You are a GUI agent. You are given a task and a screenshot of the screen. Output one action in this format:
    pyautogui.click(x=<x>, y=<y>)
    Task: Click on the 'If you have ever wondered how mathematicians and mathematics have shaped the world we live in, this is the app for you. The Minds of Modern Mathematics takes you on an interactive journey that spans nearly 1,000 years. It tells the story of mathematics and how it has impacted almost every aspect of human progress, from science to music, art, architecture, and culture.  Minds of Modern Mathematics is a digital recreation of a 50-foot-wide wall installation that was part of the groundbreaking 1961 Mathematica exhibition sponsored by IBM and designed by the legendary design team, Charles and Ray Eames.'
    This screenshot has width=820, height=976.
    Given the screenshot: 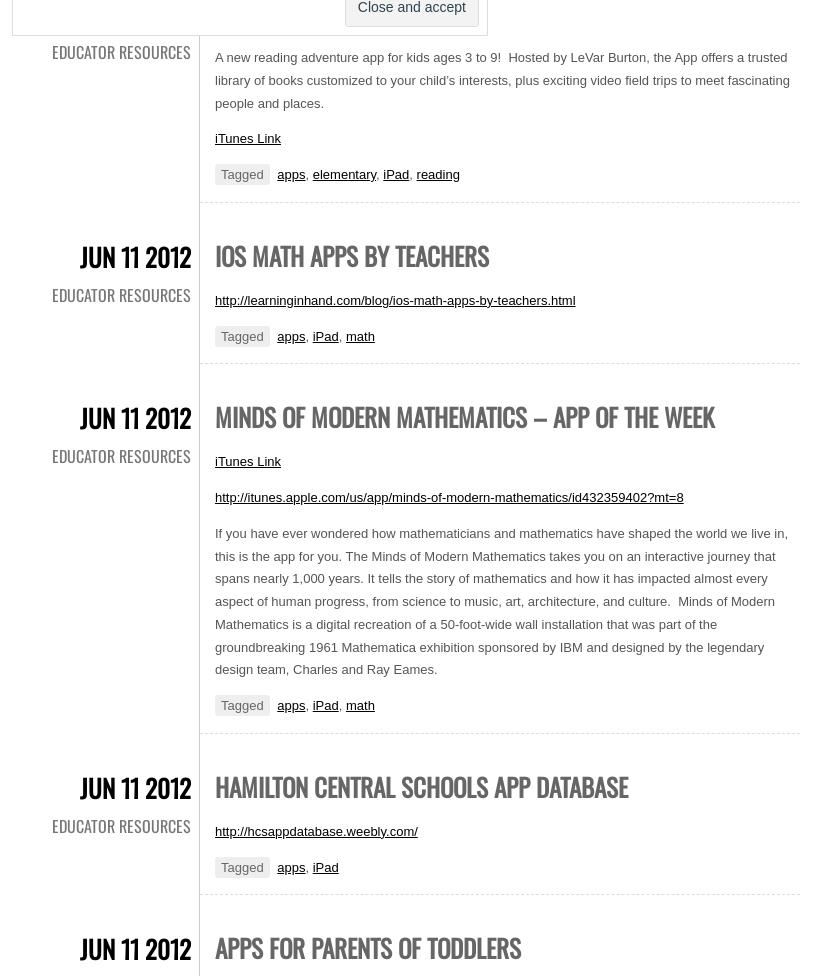 What is the action you would take?
    pyautogui.click(x=501, y=601)
    